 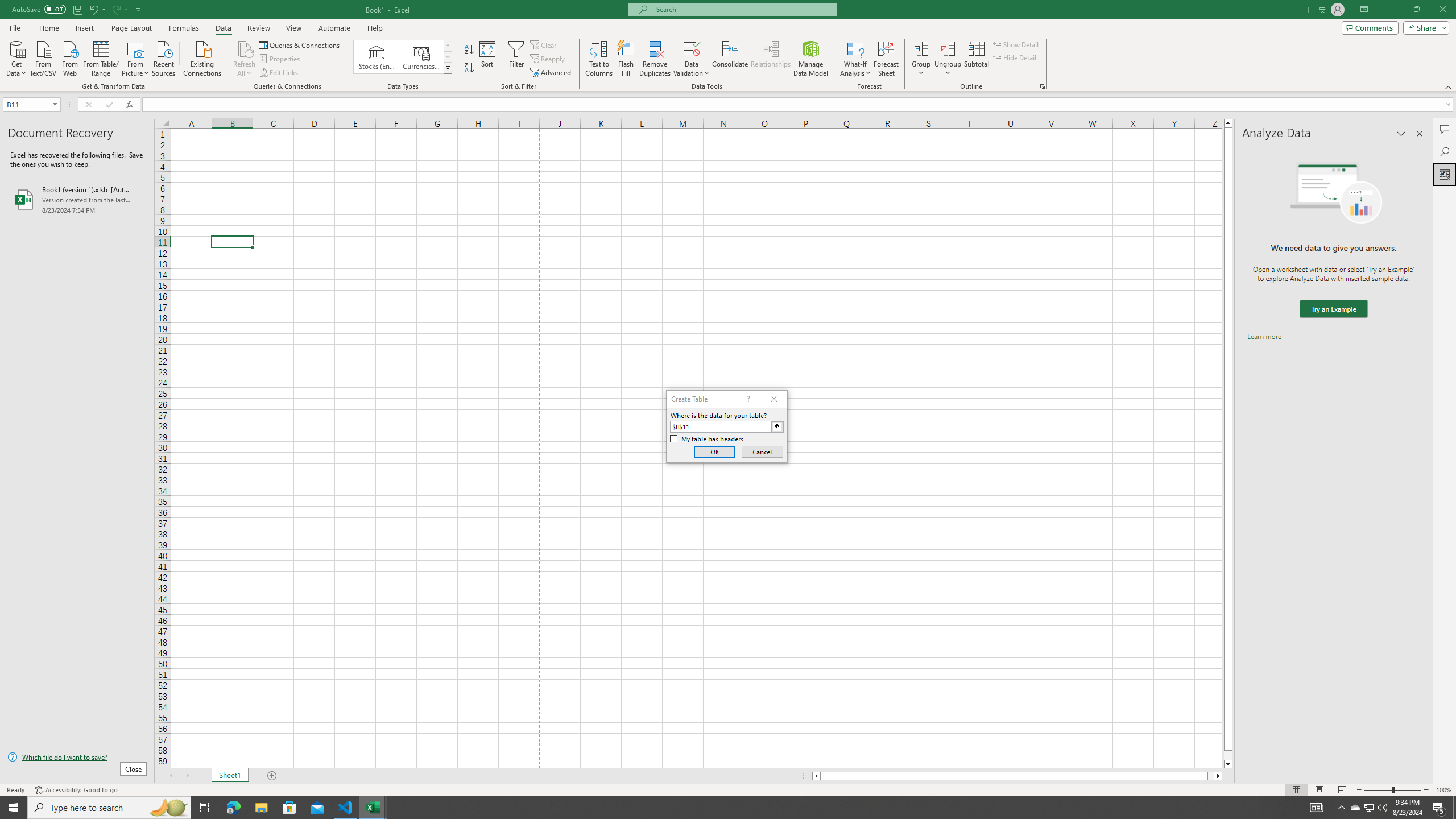 What do you see at coordinates (626, 59) in the screenshot?
I see `'Flash Fill'` at bounding box center [626, 59].